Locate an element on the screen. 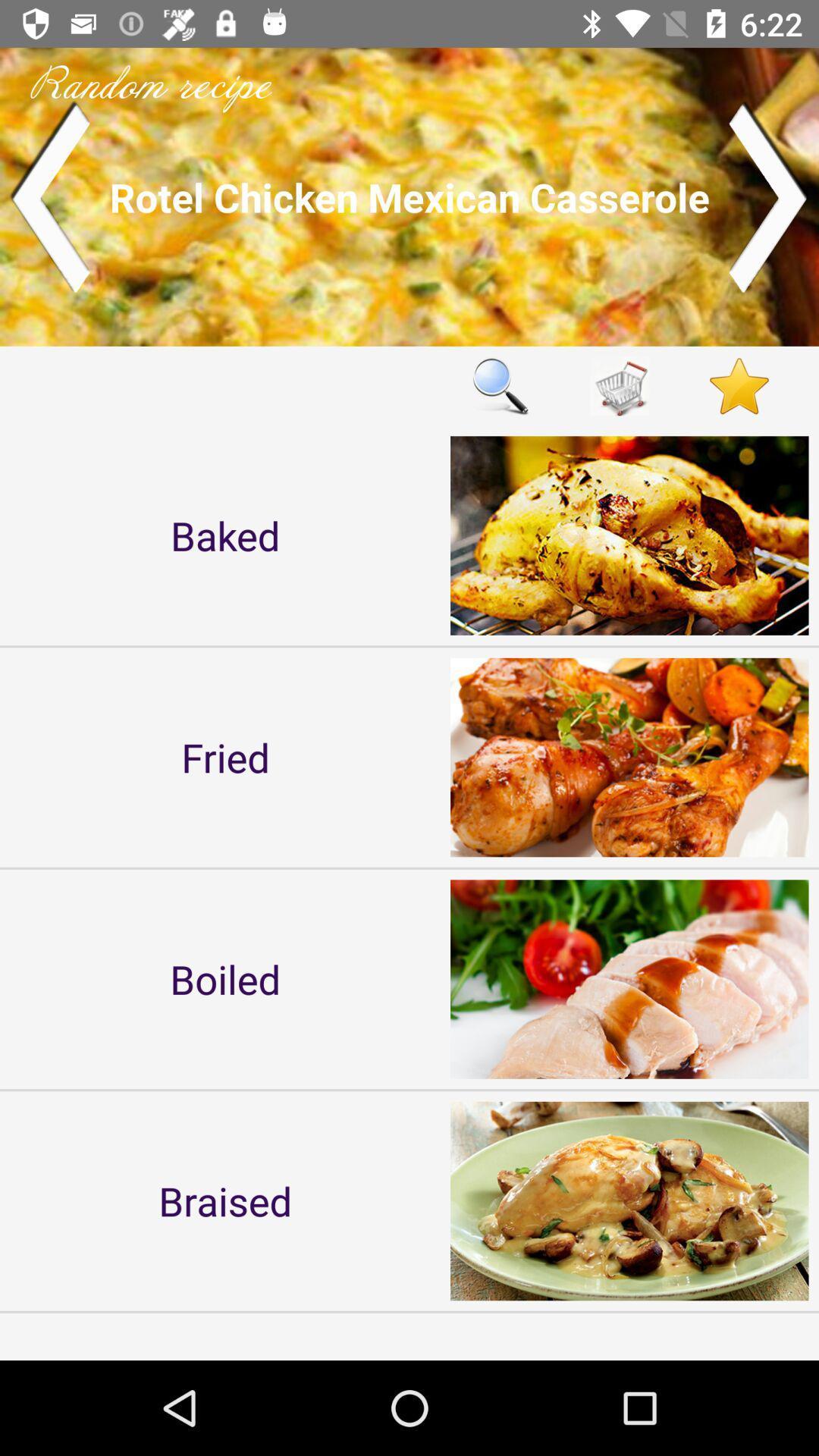  changes picture back is located at coordinates (49, 196).